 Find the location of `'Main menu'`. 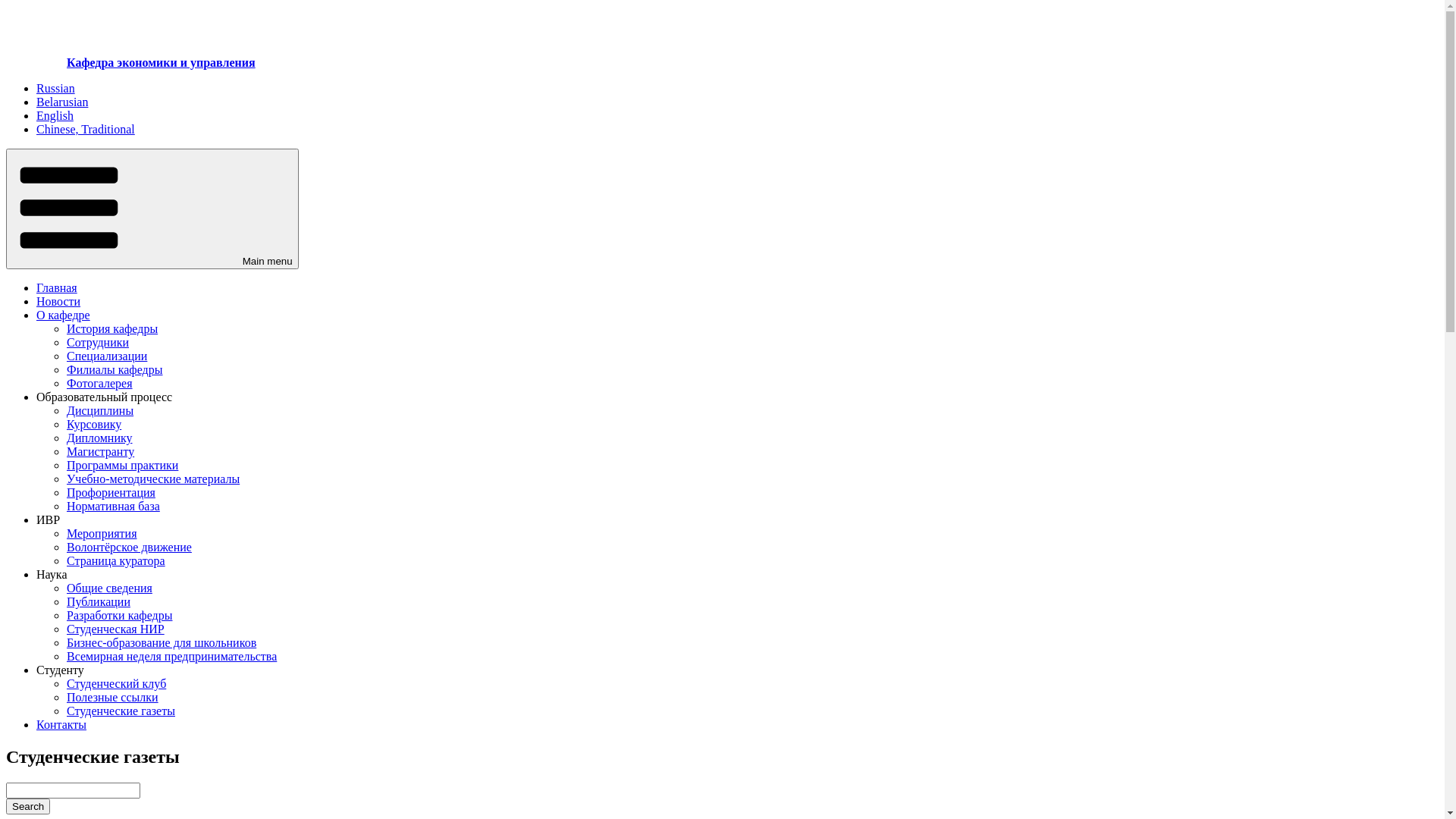

'Main menu' is located at coordinates (6, 209).